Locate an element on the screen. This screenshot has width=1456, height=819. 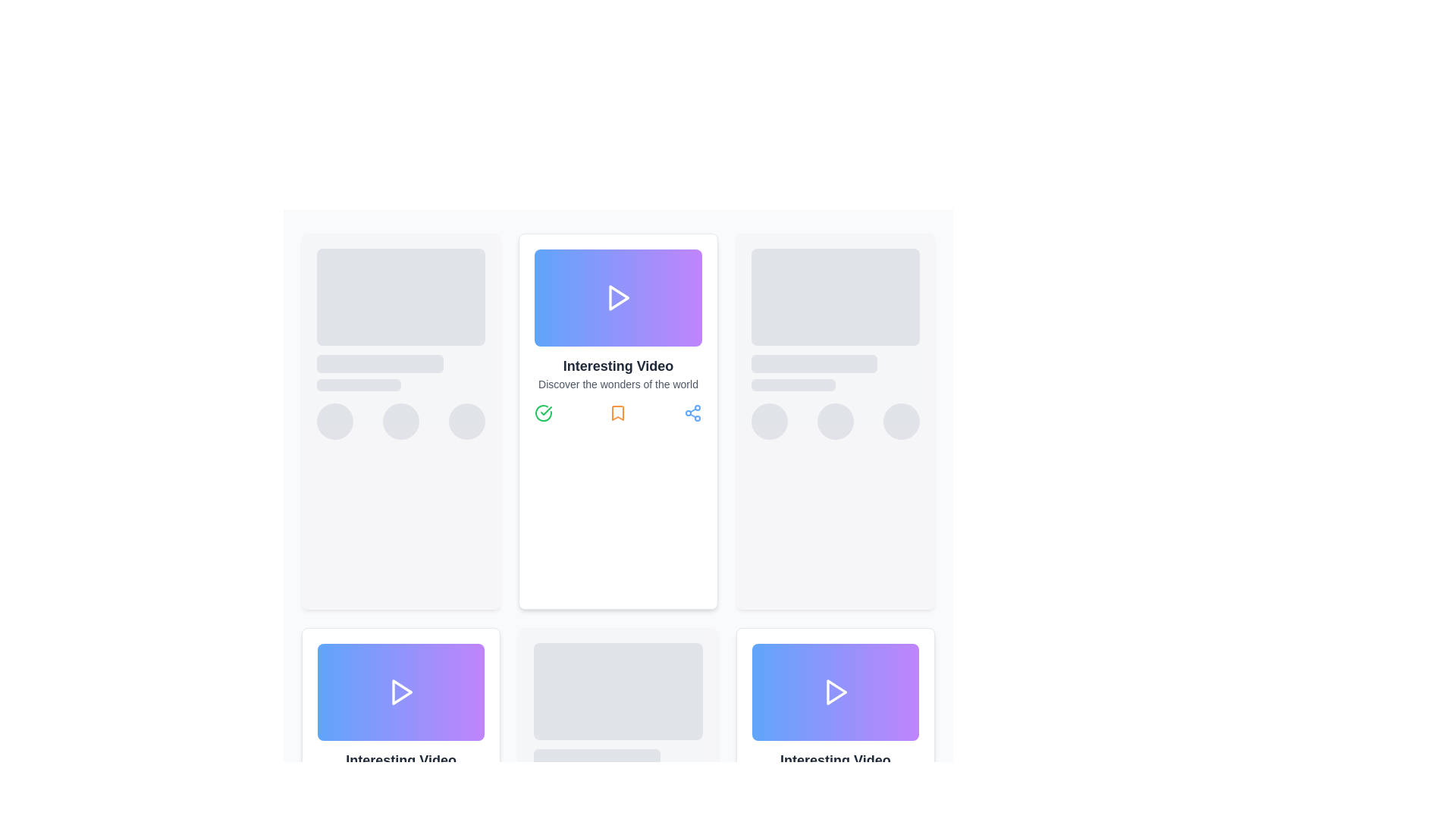
the position of the placeholder element located in the middle section of the card in the second column and first row of the grid layout is located at coordinates (834, 373).